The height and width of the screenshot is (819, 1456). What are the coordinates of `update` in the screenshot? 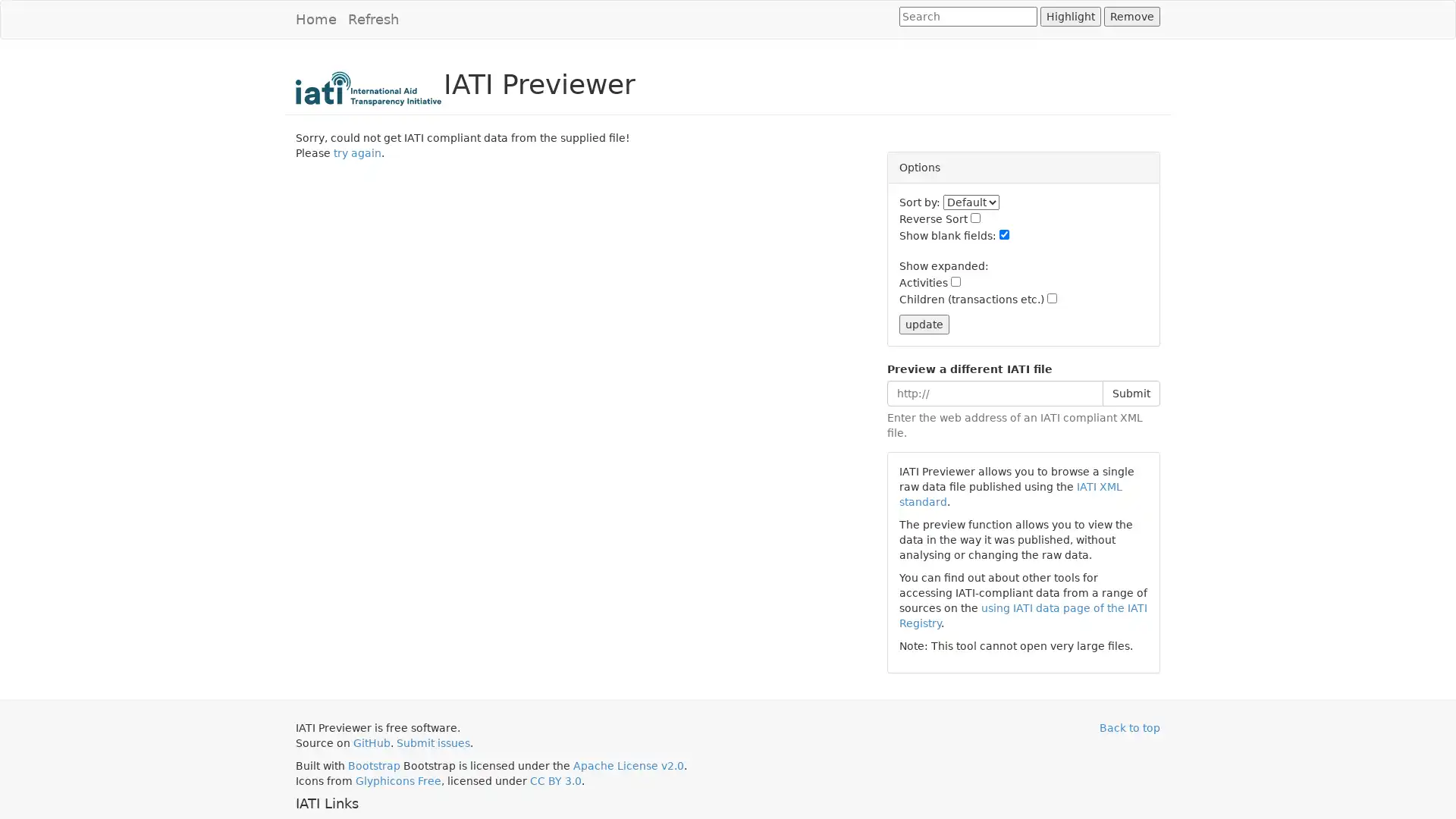 It's located at (924, 324).